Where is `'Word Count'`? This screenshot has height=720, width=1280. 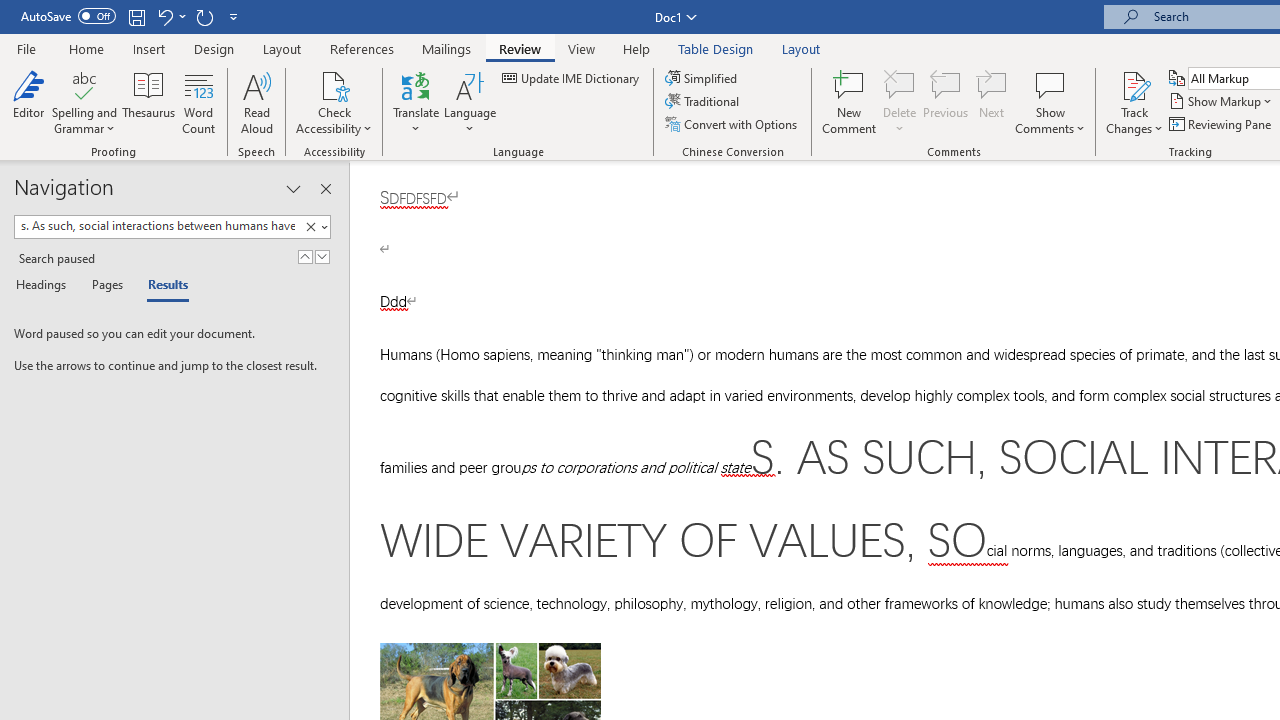 'Word Count' is located at coordinates (199, 103).